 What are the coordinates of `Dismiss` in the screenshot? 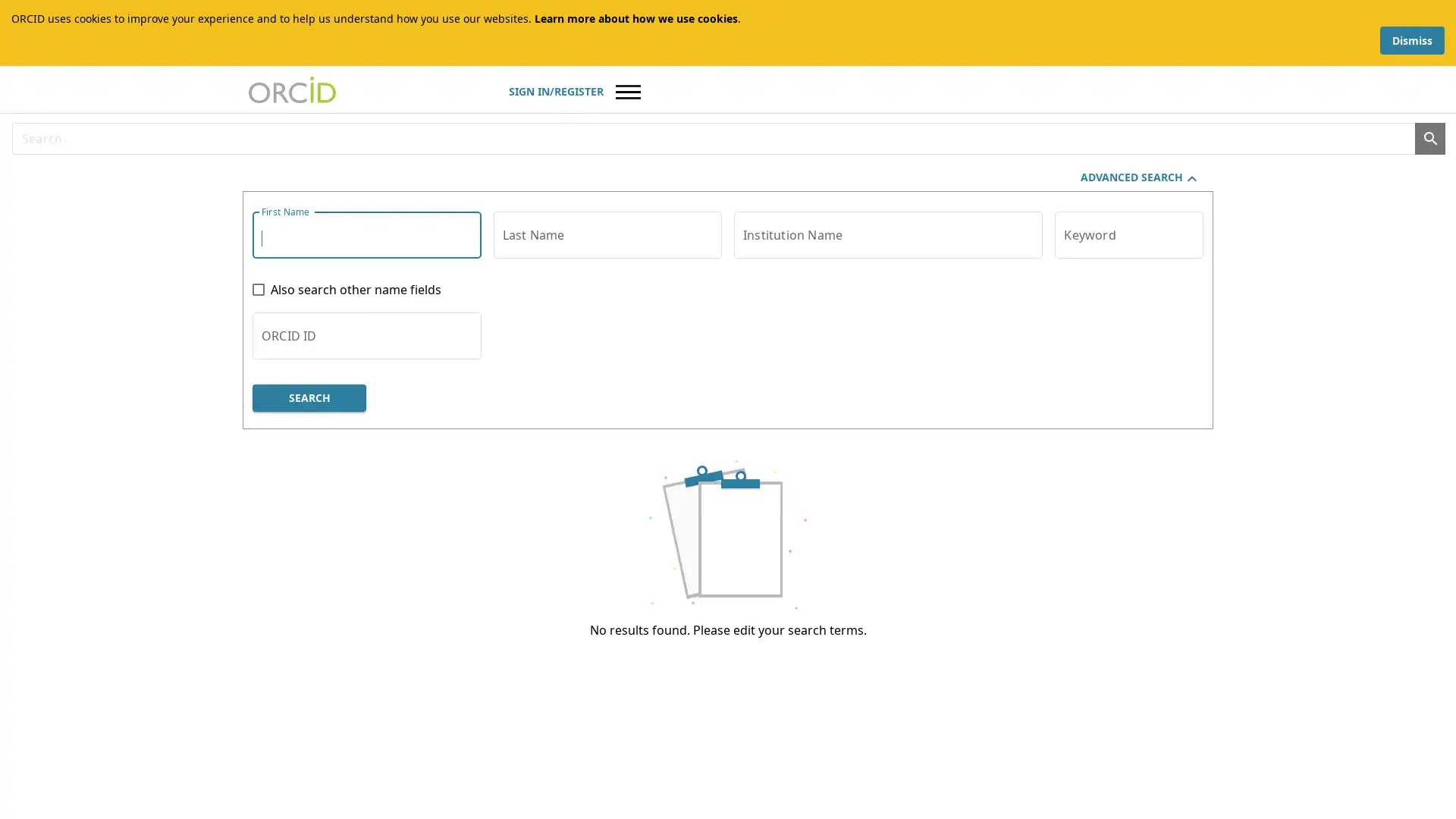 It's located at (1411, 25).